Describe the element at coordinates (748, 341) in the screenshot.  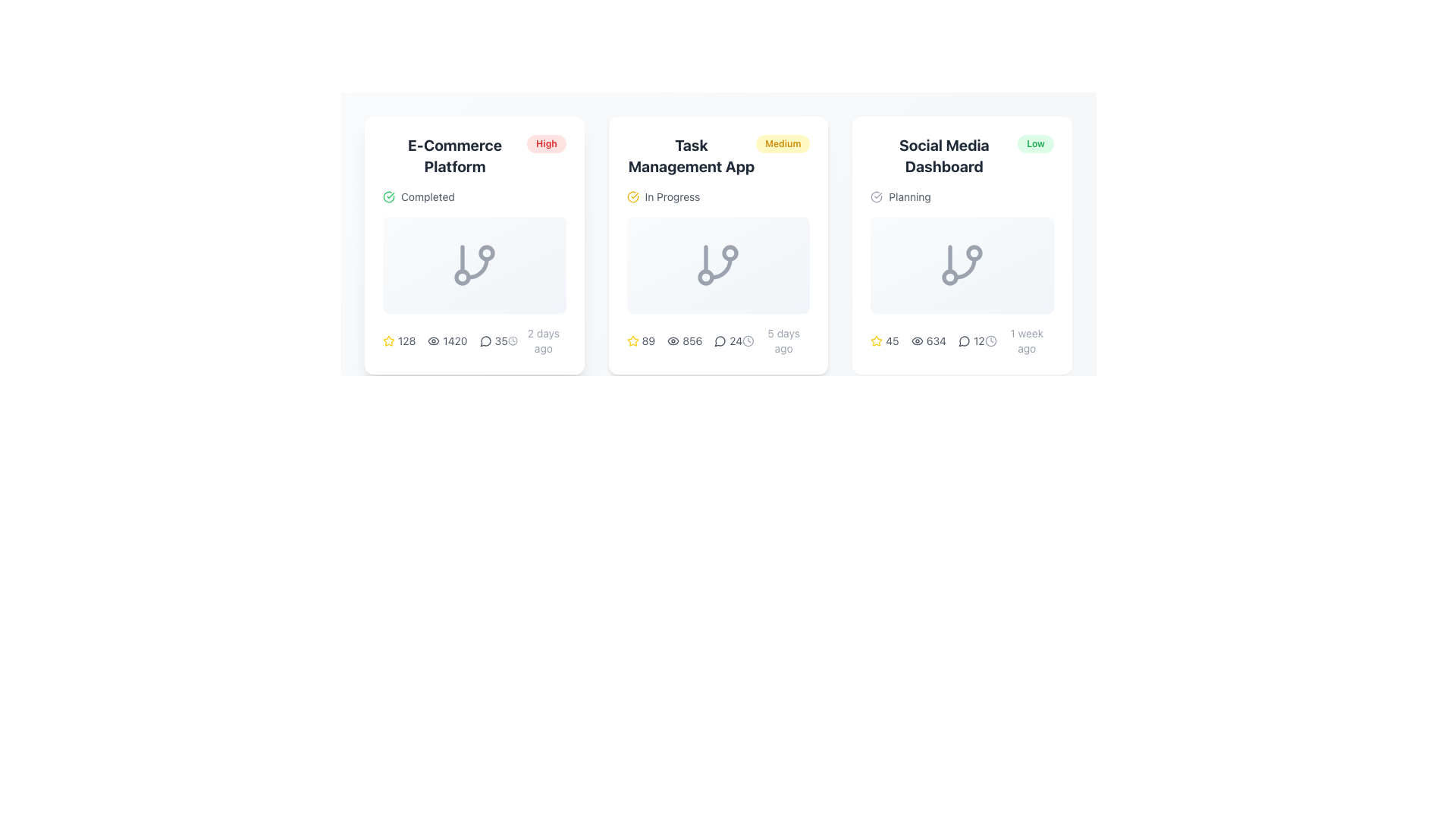
I see `the decorative circle SVG component of the clock icon in the Task Management App, located in the metrics section below the number of comments` at that location.